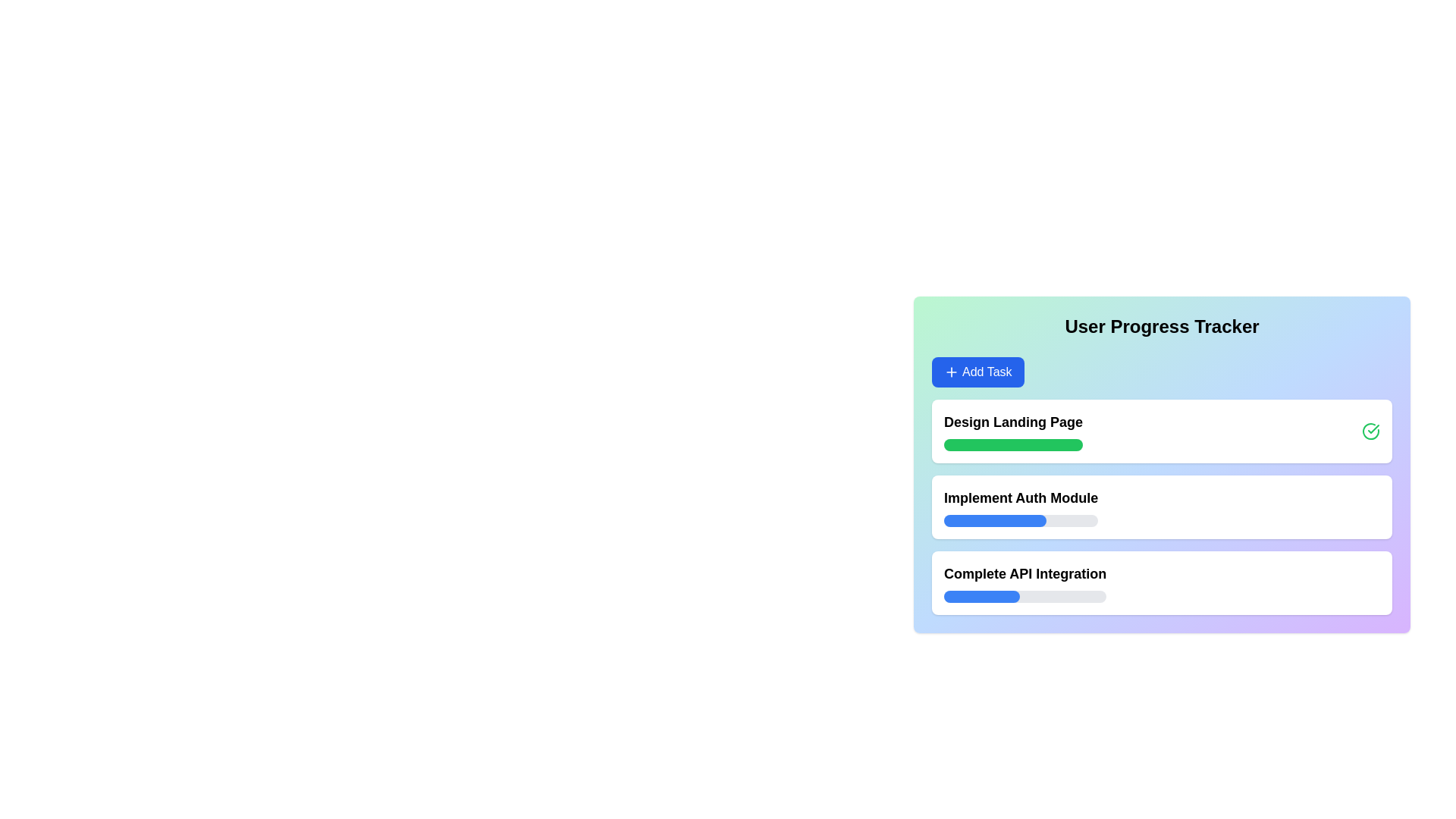 The width and height of the screenshot is (1456, 819). Describe the element at coordinates (987, 595) in the screenshot. I see `the progress bar completion` at that location.